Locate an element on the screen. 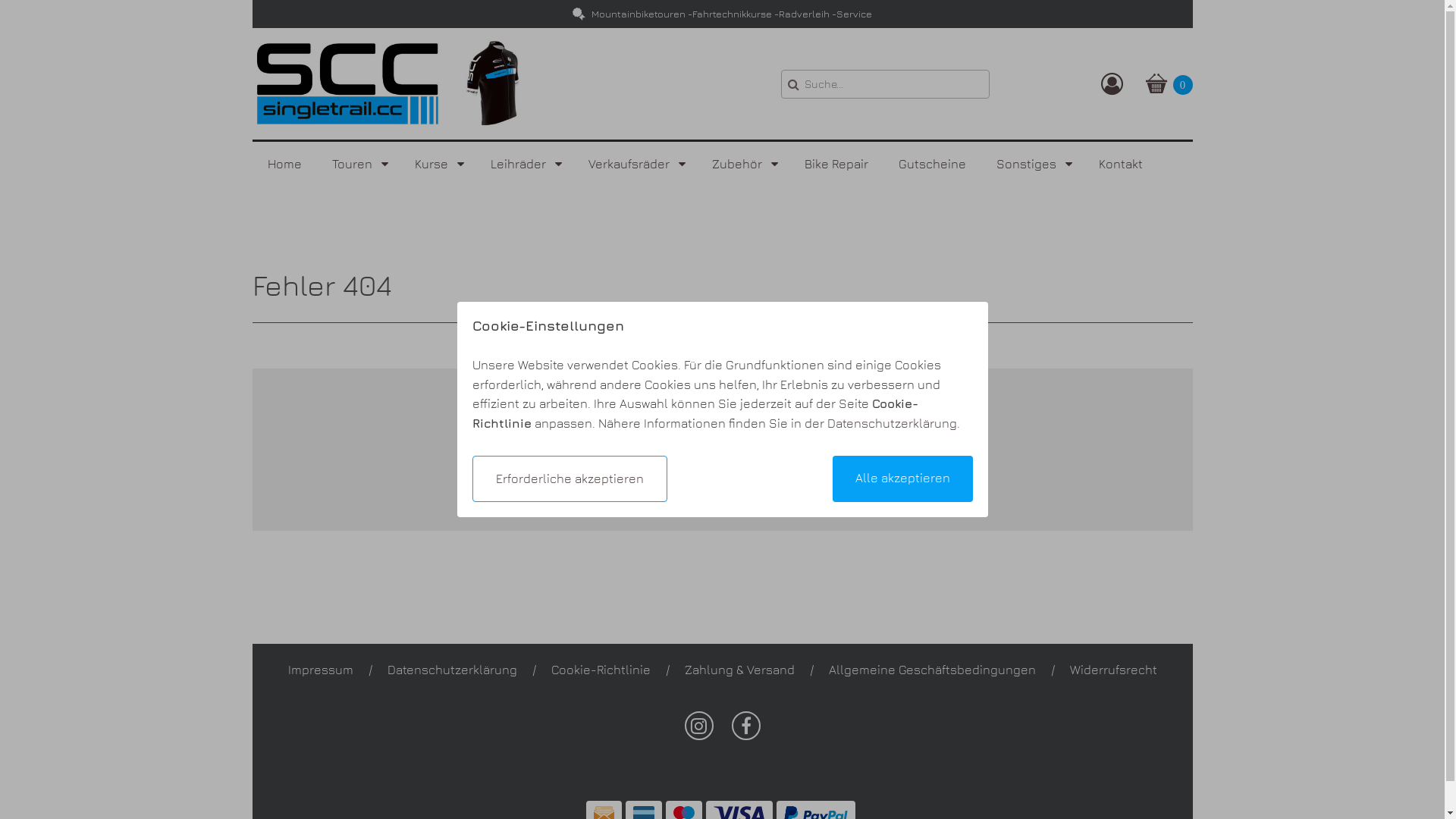  'Zahlung & Versand' is located at coordinates (739, 669).